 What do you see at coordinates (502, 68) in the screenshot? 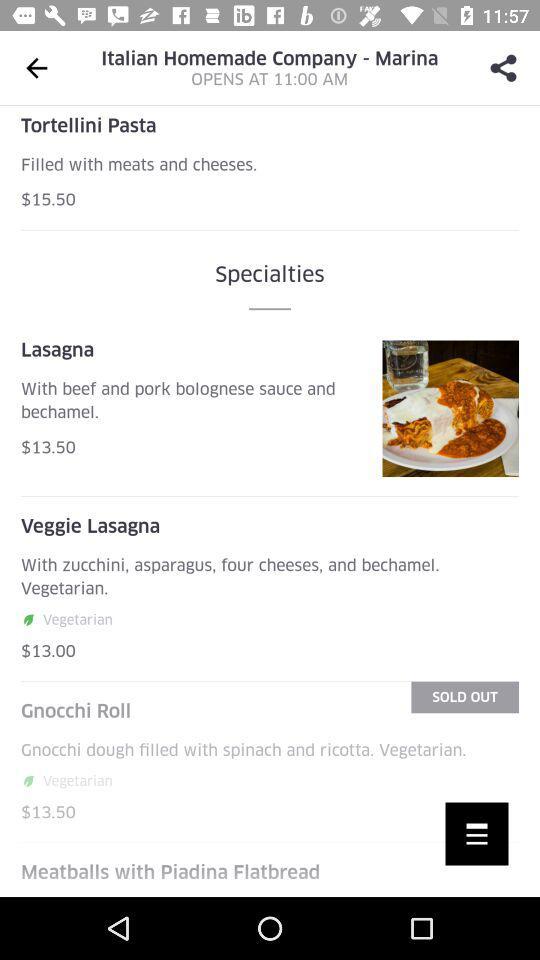
I see `the share icon` at bounding box center [502, 68].